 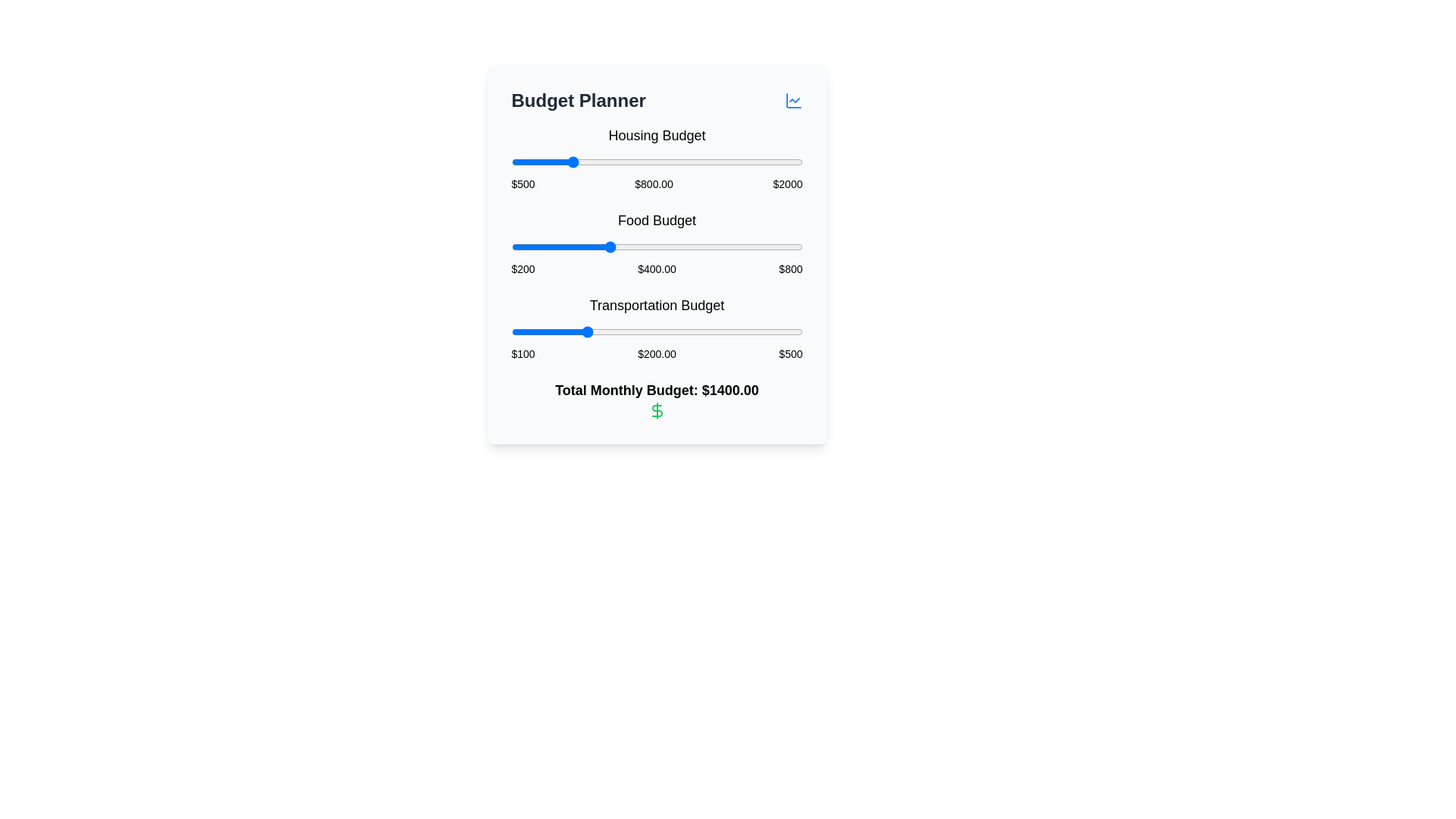 I want to click on the text indicator displaying the minimum value ($100), current value ($200.00), and maximum value ($500) for the 'Transportation Budget' slider, positioned centrally below the slider, so click(x=657, y=353).